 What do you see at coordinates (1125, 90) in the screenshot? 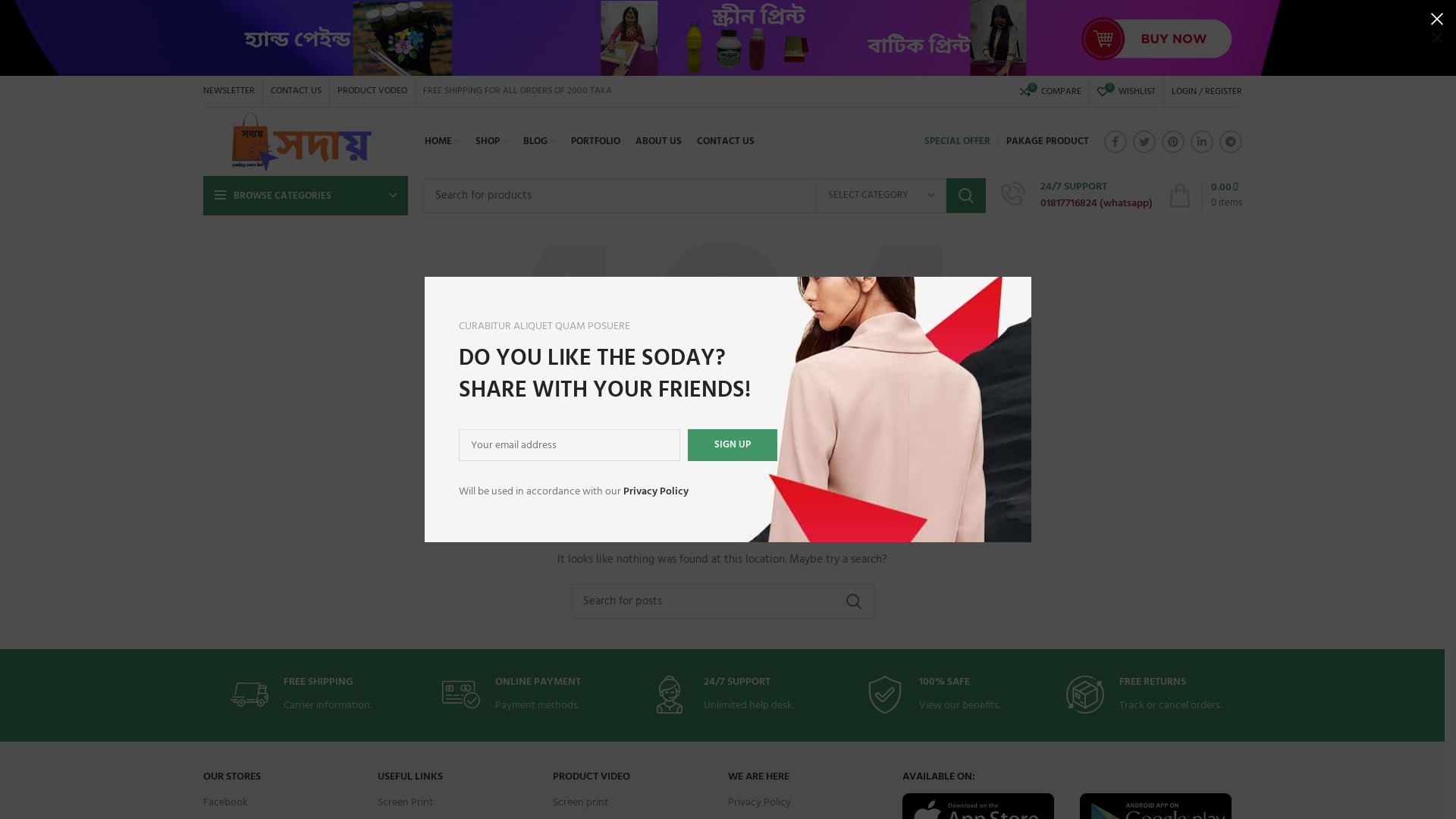
I see `'0` at bounding box center [1125, 90].